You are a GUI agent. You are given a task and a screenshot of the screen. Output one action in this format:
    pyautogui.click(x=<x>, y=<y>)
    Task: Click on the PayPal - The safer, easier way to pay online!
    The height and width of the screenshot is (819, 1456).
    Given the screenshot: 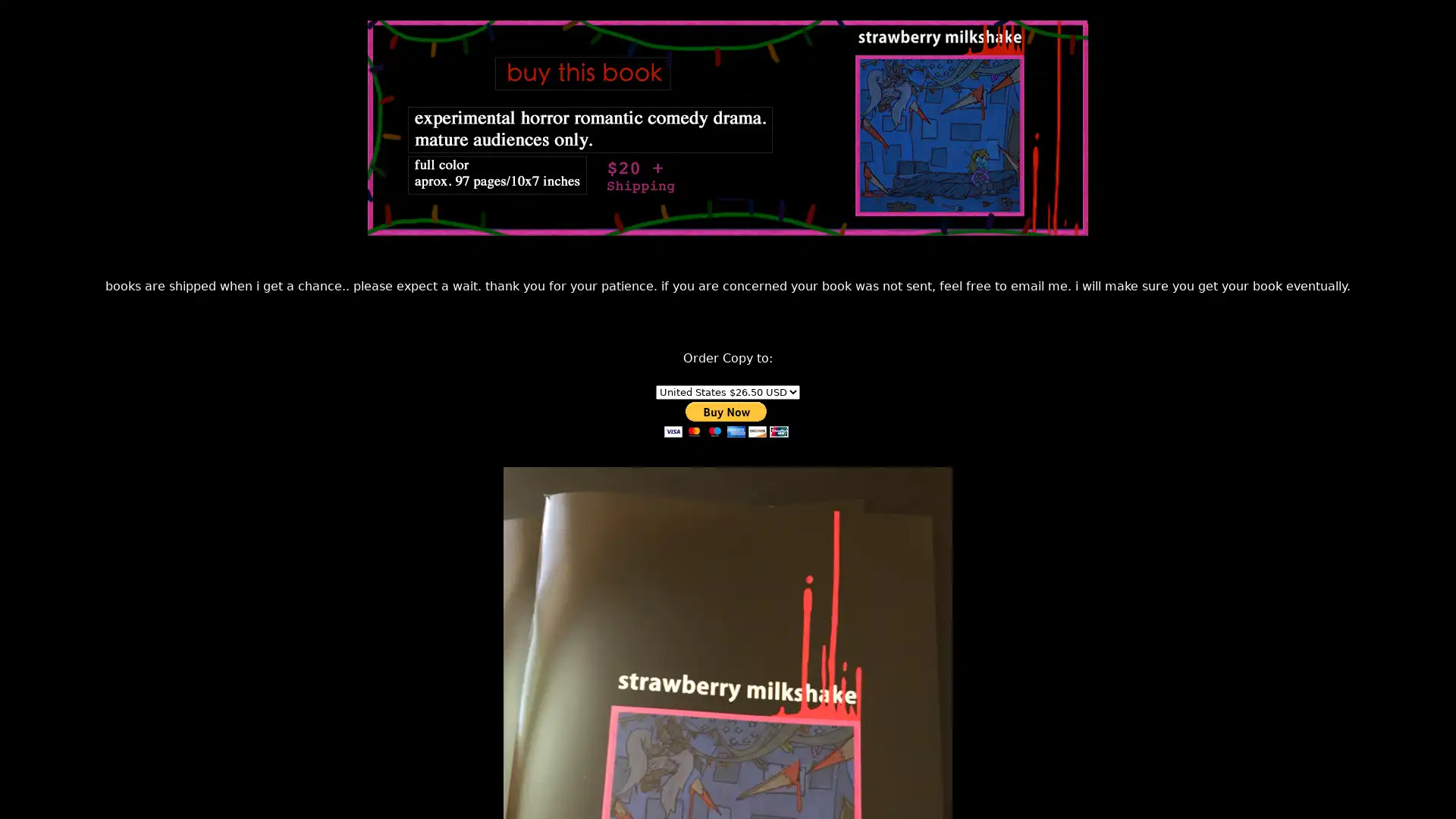 What is the action you would take?
    pyautogui.click(x=724, y=419)
    